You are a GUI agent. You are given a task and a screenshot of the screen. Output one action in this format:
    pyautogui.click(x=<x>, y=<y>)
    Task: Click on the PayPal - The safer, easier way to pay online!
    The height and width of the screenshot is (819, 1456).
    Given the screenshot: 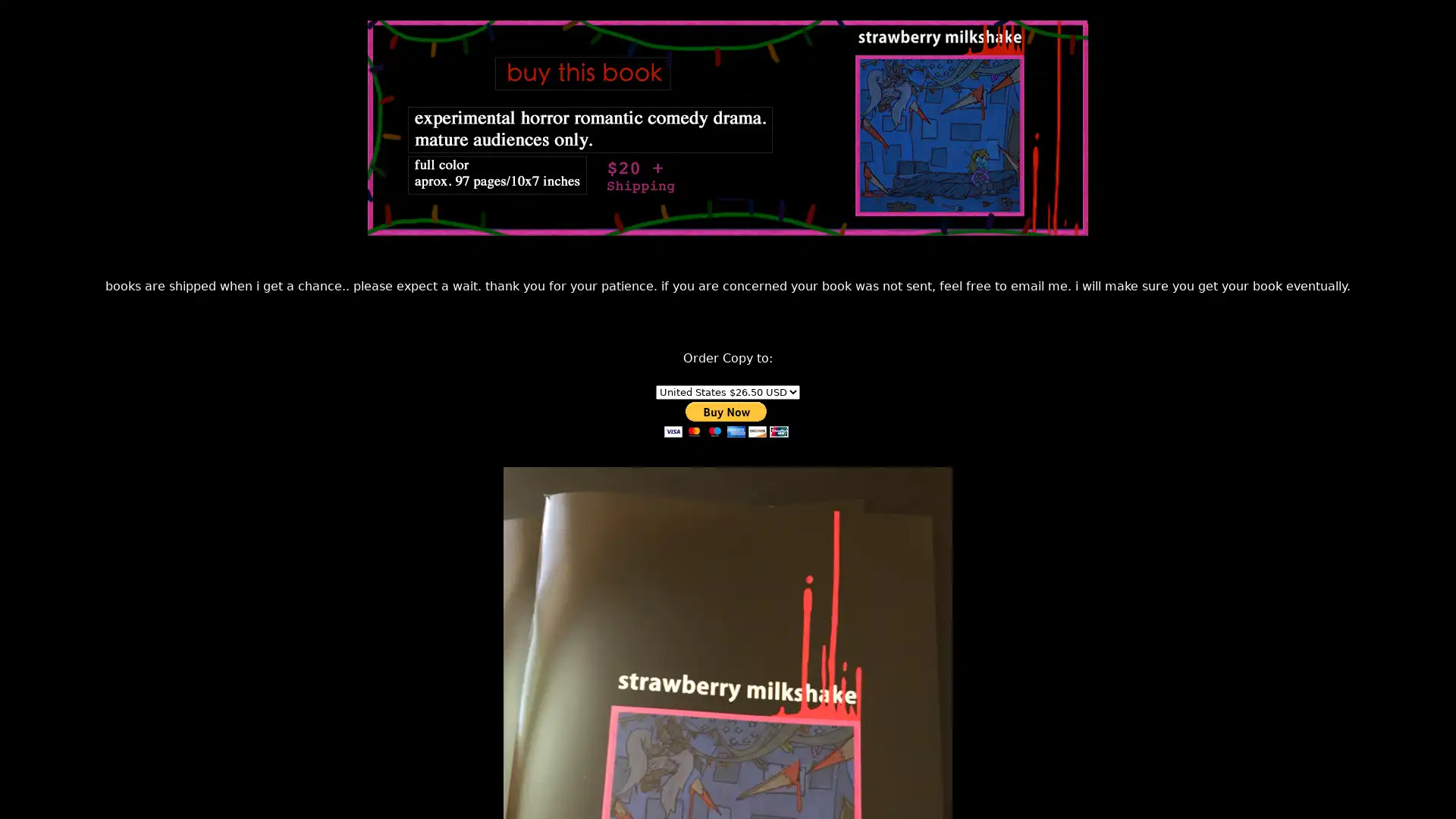 What is the action you would take?
    pyautogui.click(x=724, y=419)
    